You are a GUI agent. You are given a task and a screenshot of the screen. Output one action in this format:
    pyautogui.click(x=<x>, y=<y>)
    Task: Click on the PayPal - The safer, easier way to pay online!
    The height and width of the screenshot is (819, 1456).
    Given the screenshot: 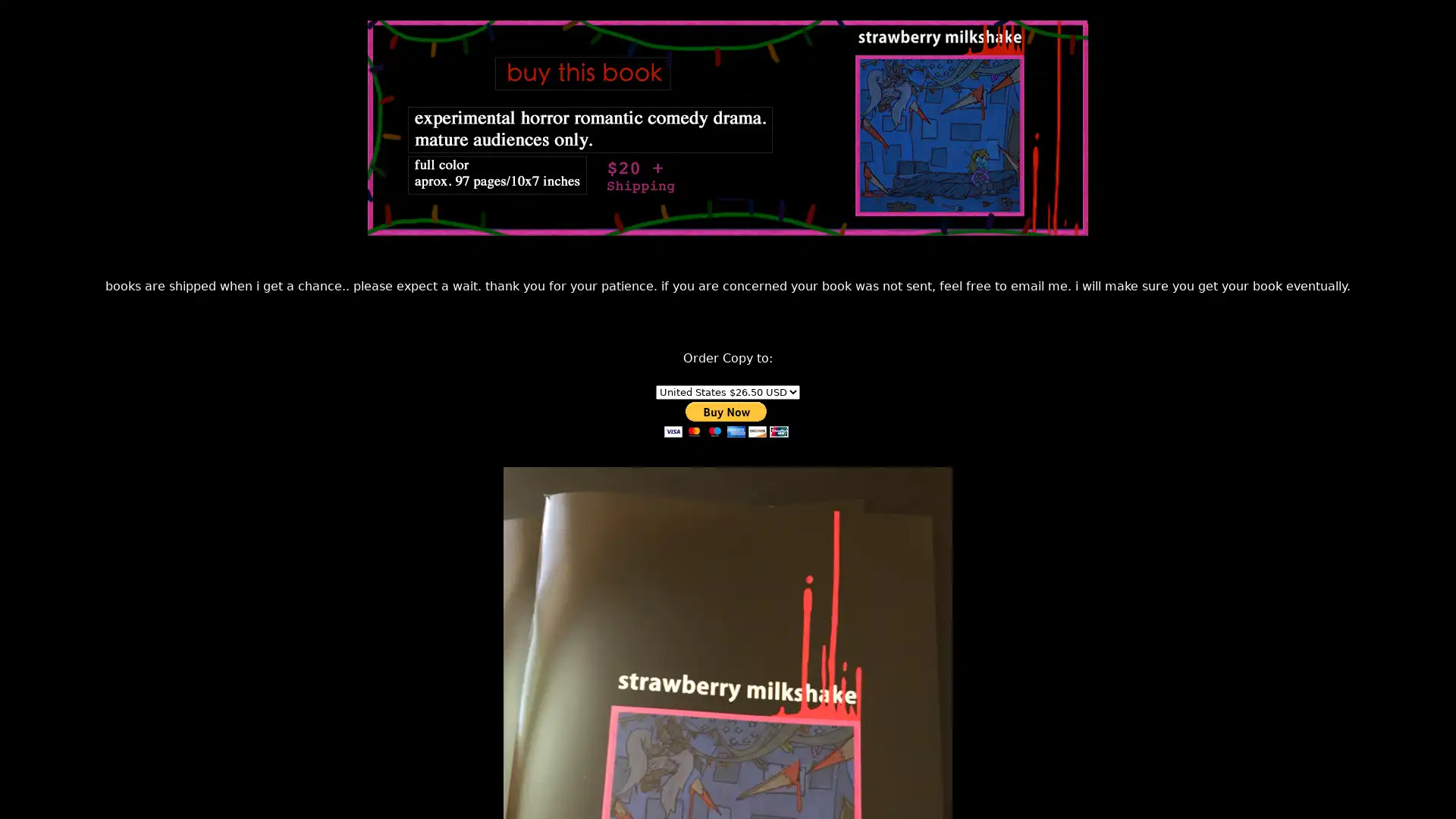 What is the action you would take?
    pyautogui.click(x=724, y=419)
    